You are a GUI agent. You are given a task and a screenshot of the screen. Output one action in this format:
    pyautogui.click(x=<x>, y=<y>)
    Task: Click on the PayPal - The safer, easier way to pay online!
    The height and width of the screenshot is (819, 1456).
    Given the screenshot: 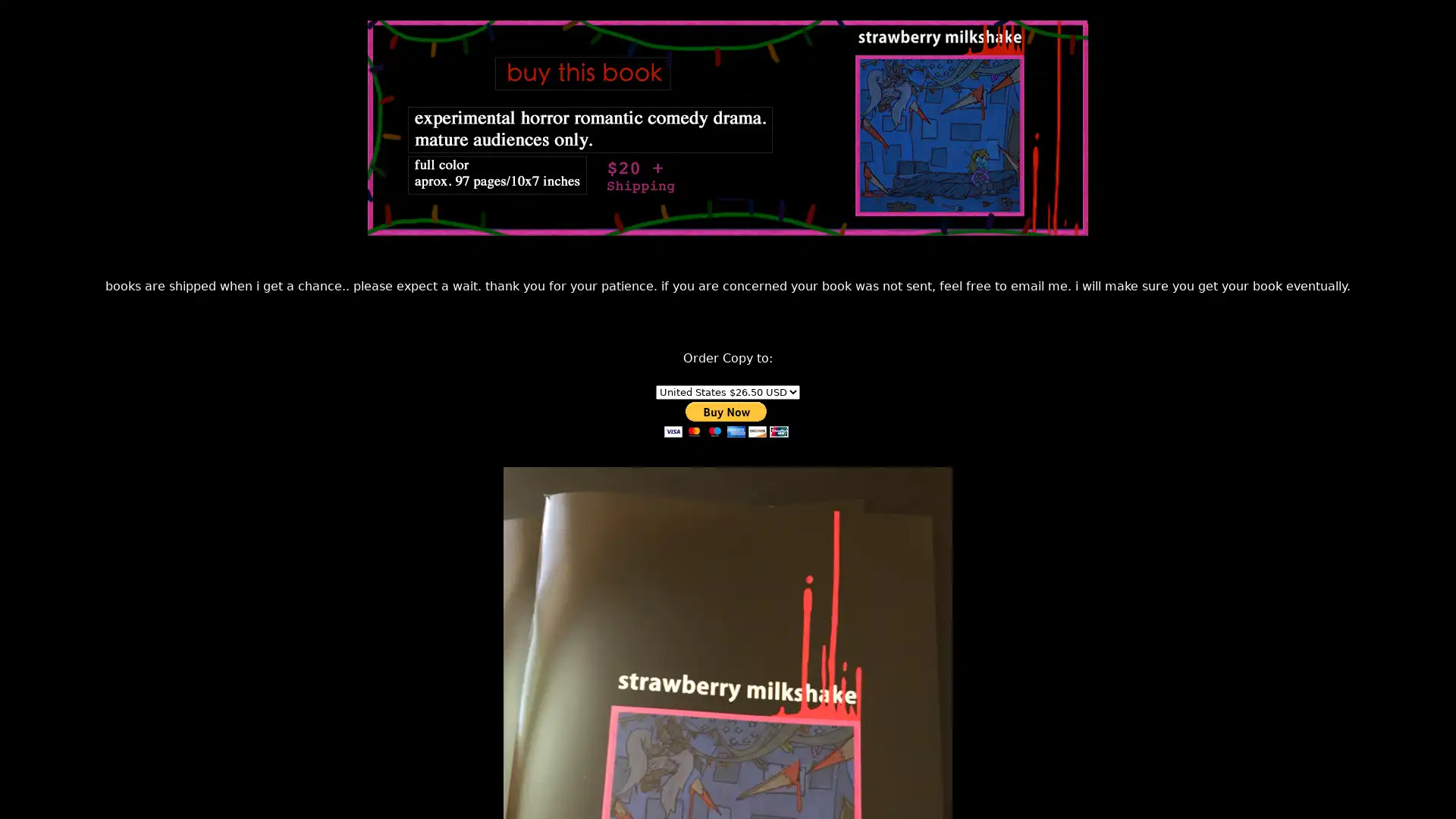 What is the action you would take?
    pyautogui.click(x=724, y=419)
    